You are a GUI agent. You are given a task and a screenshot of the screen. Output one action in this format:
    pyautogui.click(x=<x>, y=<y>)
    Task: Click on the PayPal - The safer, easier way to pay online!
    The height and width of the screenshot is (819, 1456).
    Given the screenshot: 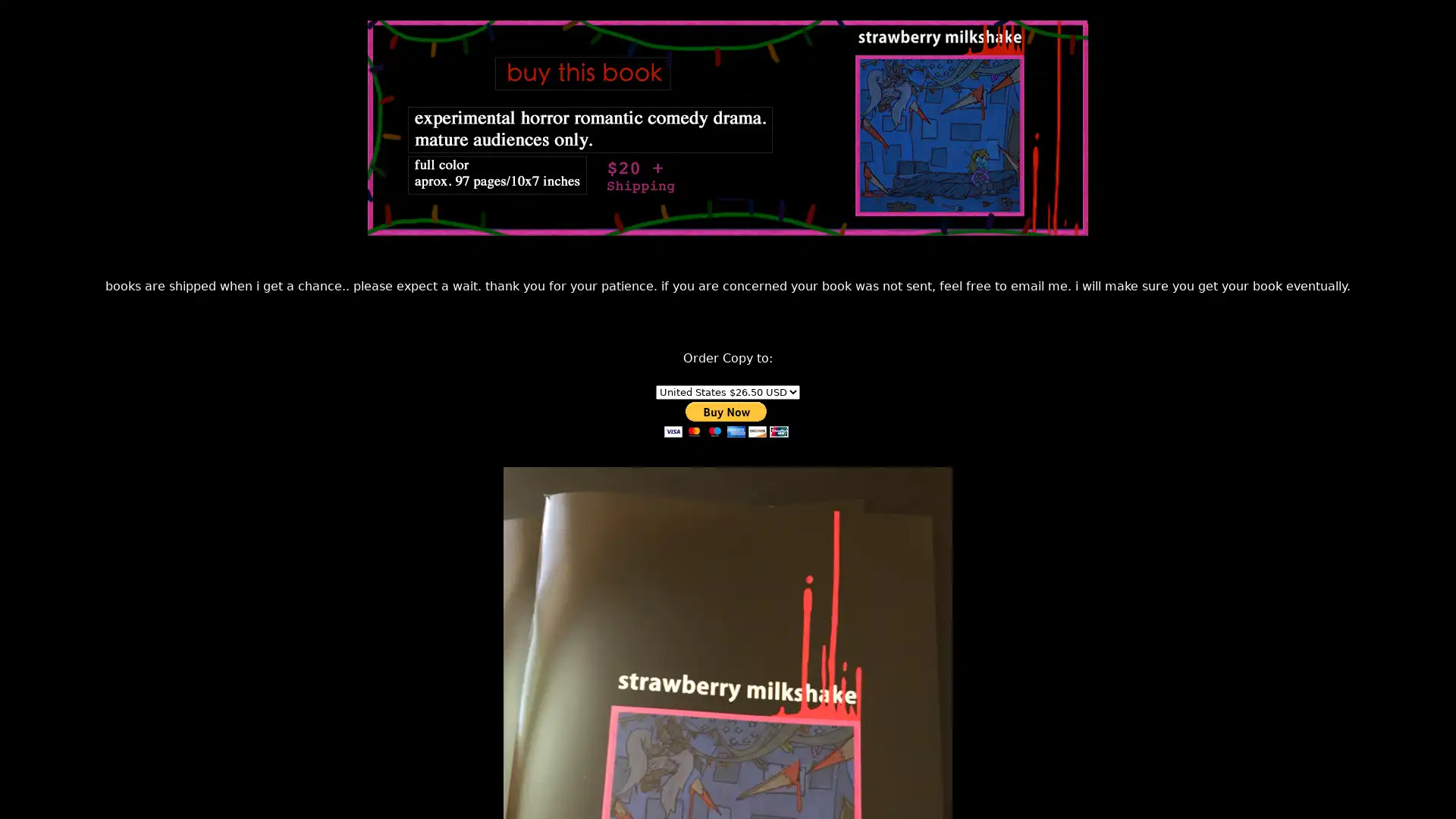 What is the action you would take?
    pyautogui.click(x=724, y=419)
    